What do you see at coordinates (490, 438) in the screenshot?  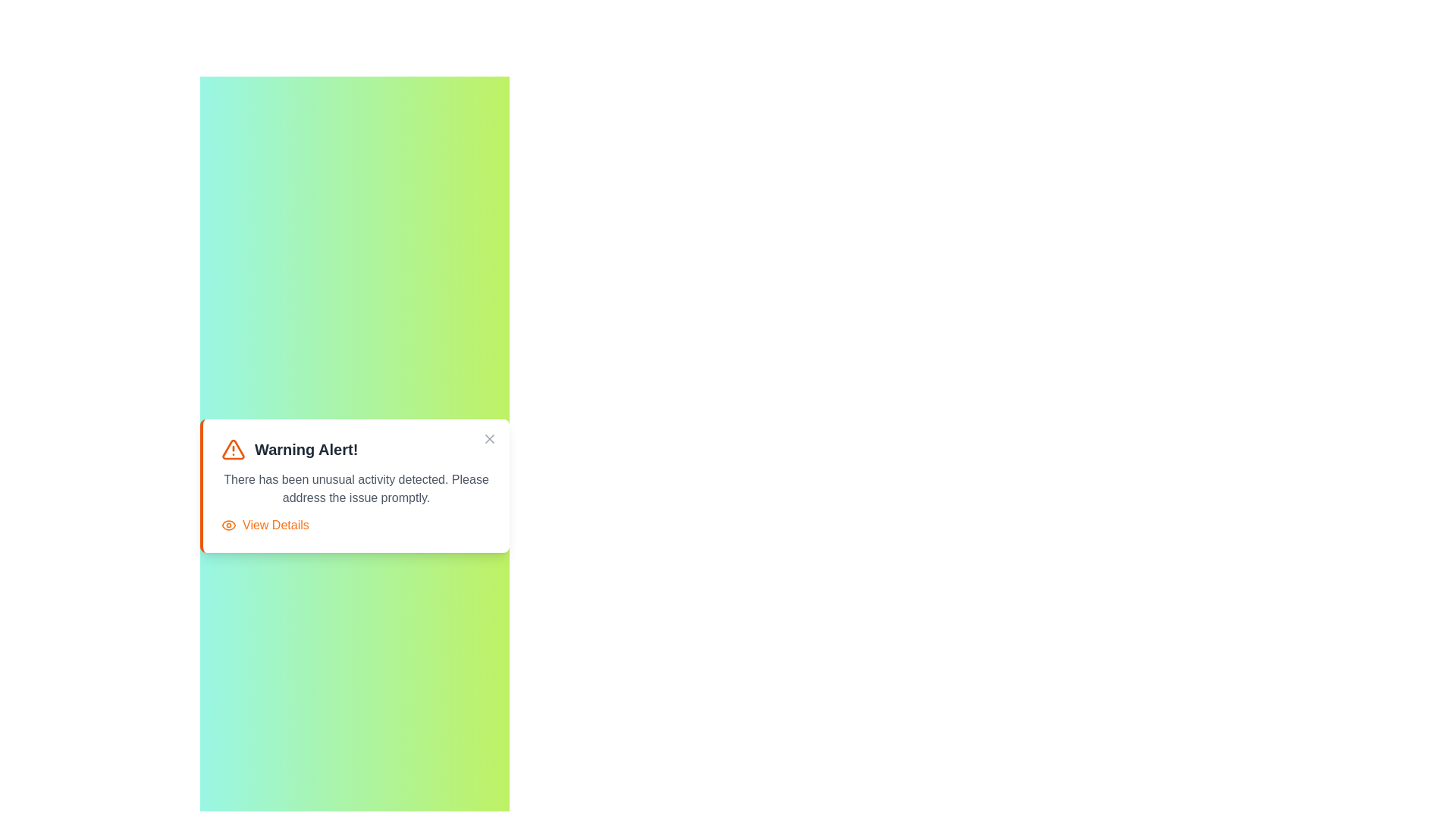 I see `close button to dismiss the alert` at bounding box center [490, 438].